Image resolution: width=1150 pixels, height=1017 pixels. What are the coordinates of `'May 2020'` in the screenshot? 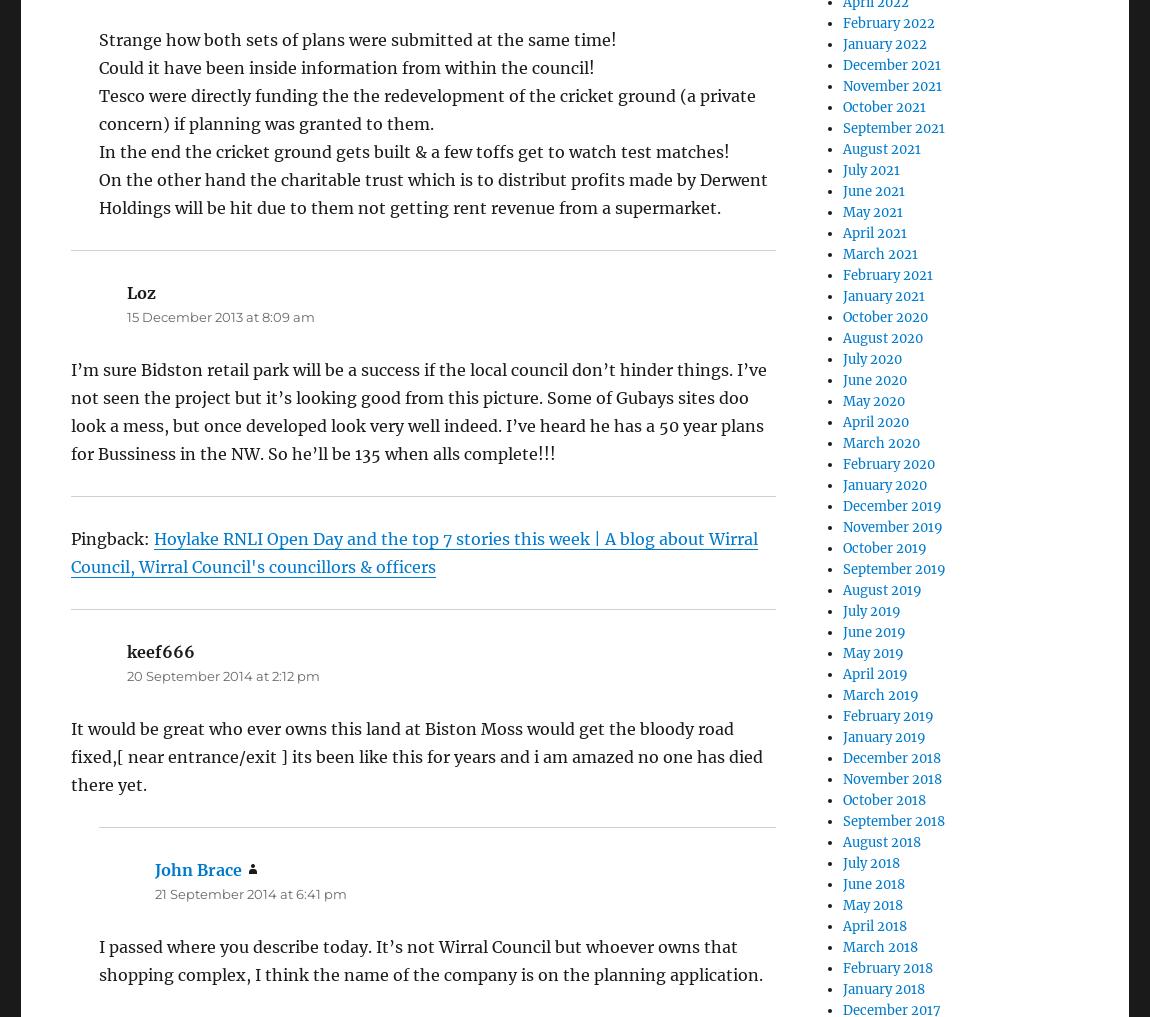 It's located at (874, 401).